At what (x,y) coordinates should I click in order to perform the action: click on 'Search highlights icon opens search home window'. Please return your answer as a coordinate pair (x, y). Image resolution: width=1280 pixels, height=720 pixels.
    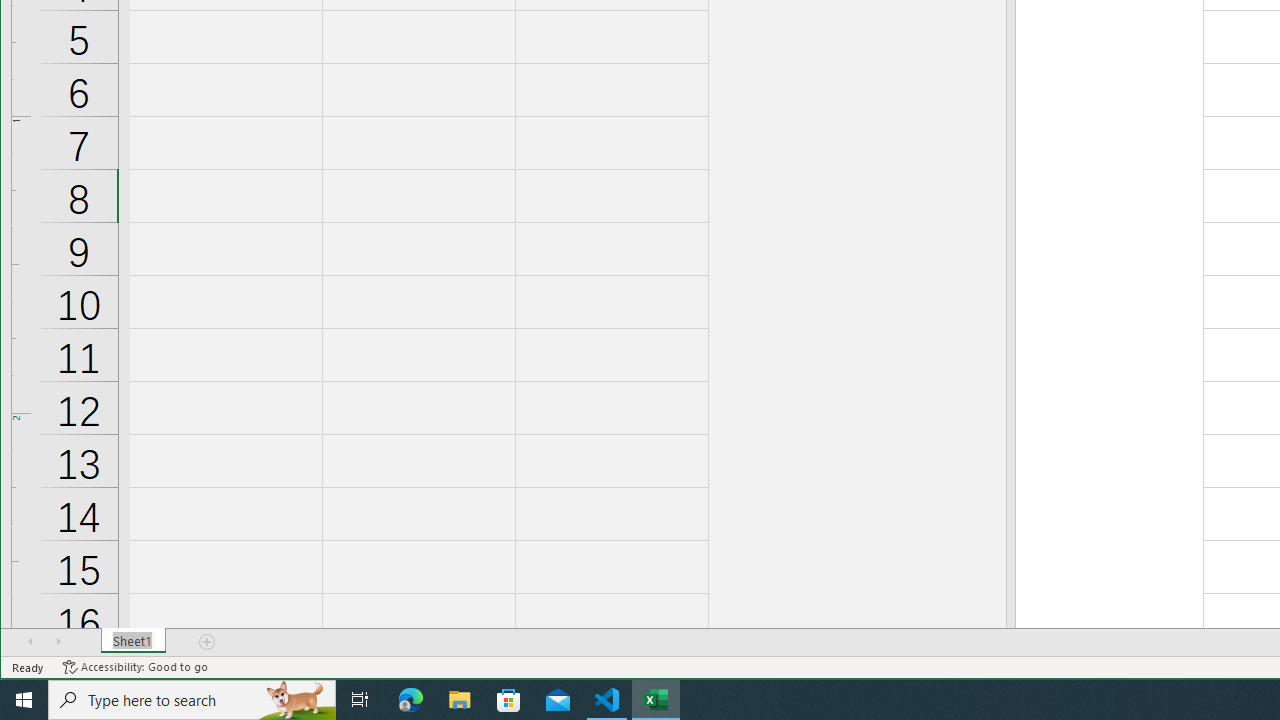
    Looking at the image, I should click on (294, 698).